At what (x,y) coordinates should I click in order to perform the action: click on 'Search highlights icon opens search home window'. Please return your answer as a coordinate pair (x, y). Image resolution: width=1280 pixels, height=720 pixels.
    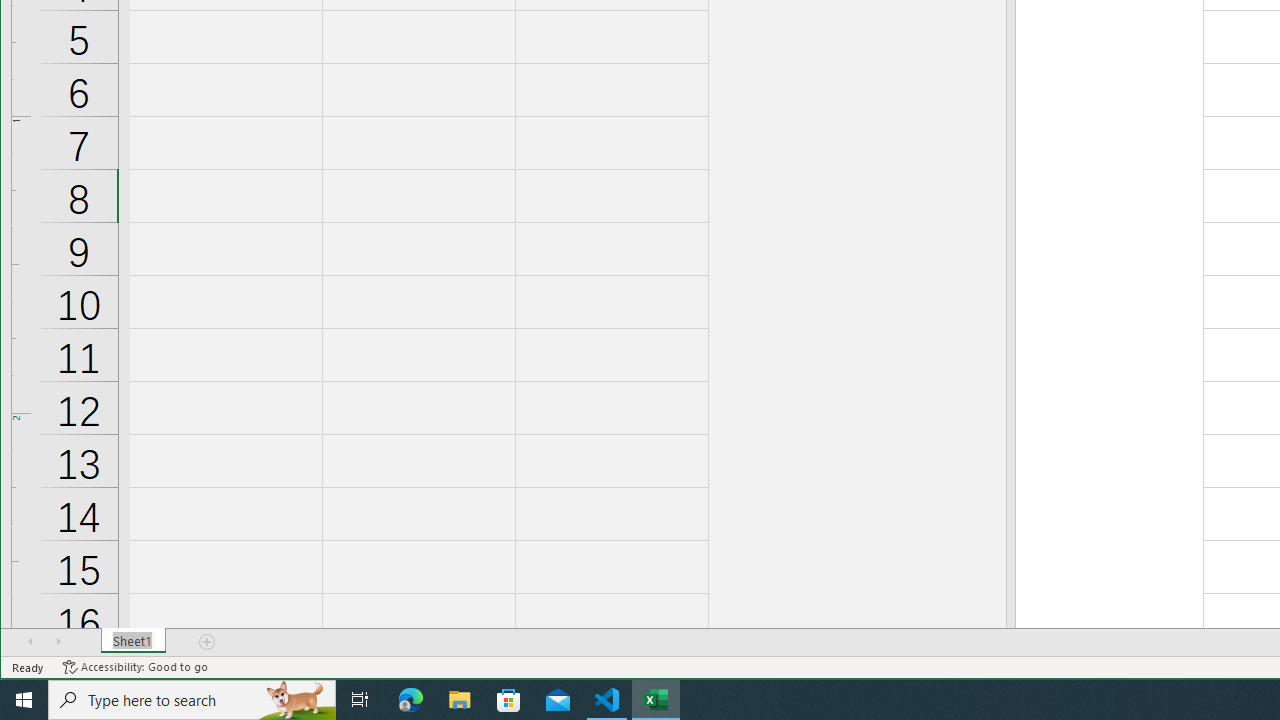
    Looking at the image, I should click on (294, 698).